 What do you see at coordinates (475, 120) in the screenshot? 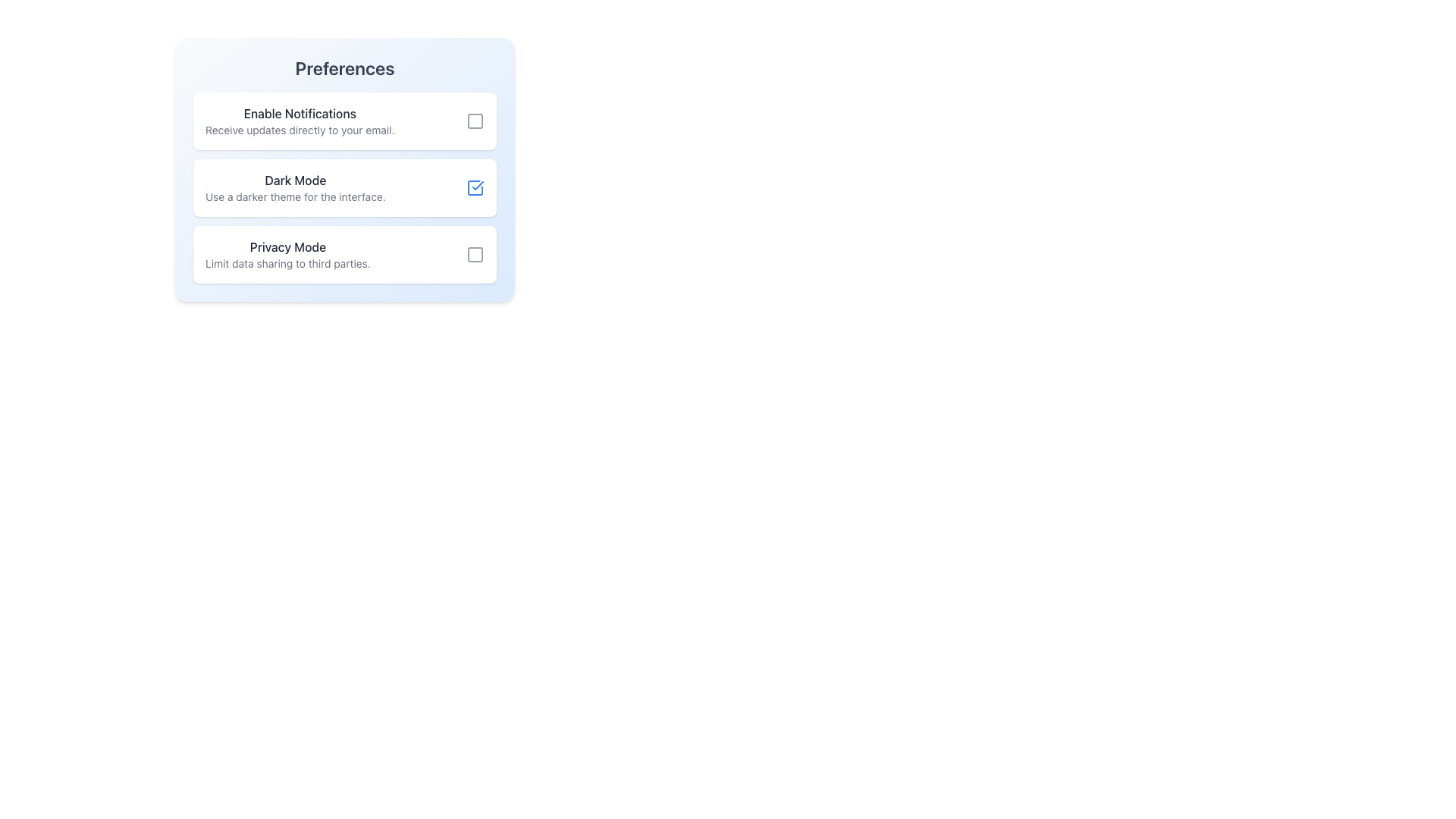
I see `the square-shaped icon for 'Enable Notifications'` at bounding box center [475, 120].